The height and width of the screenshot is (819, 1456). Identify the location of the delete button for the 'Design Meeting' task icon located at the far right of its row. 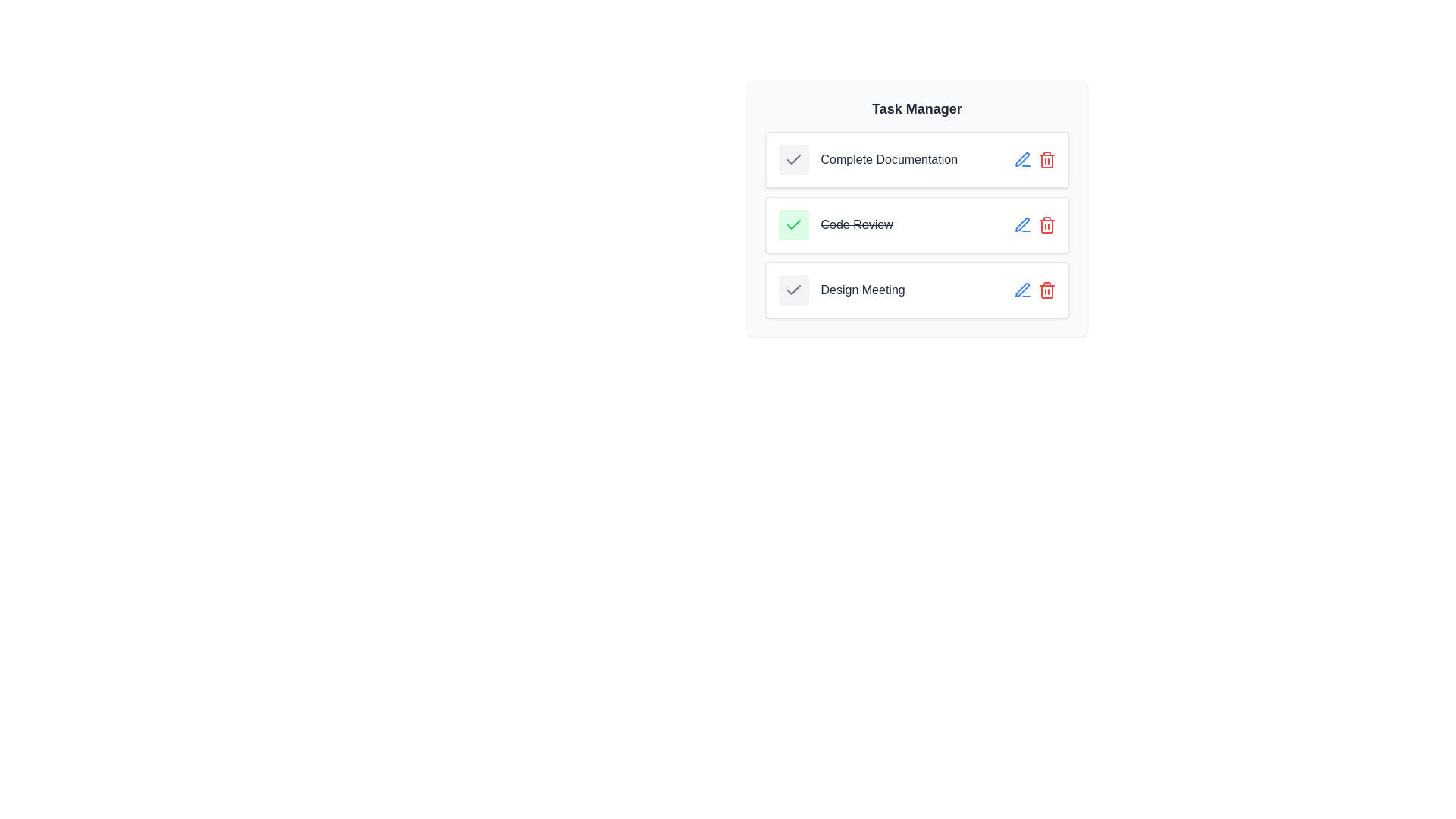
(1046, 290).